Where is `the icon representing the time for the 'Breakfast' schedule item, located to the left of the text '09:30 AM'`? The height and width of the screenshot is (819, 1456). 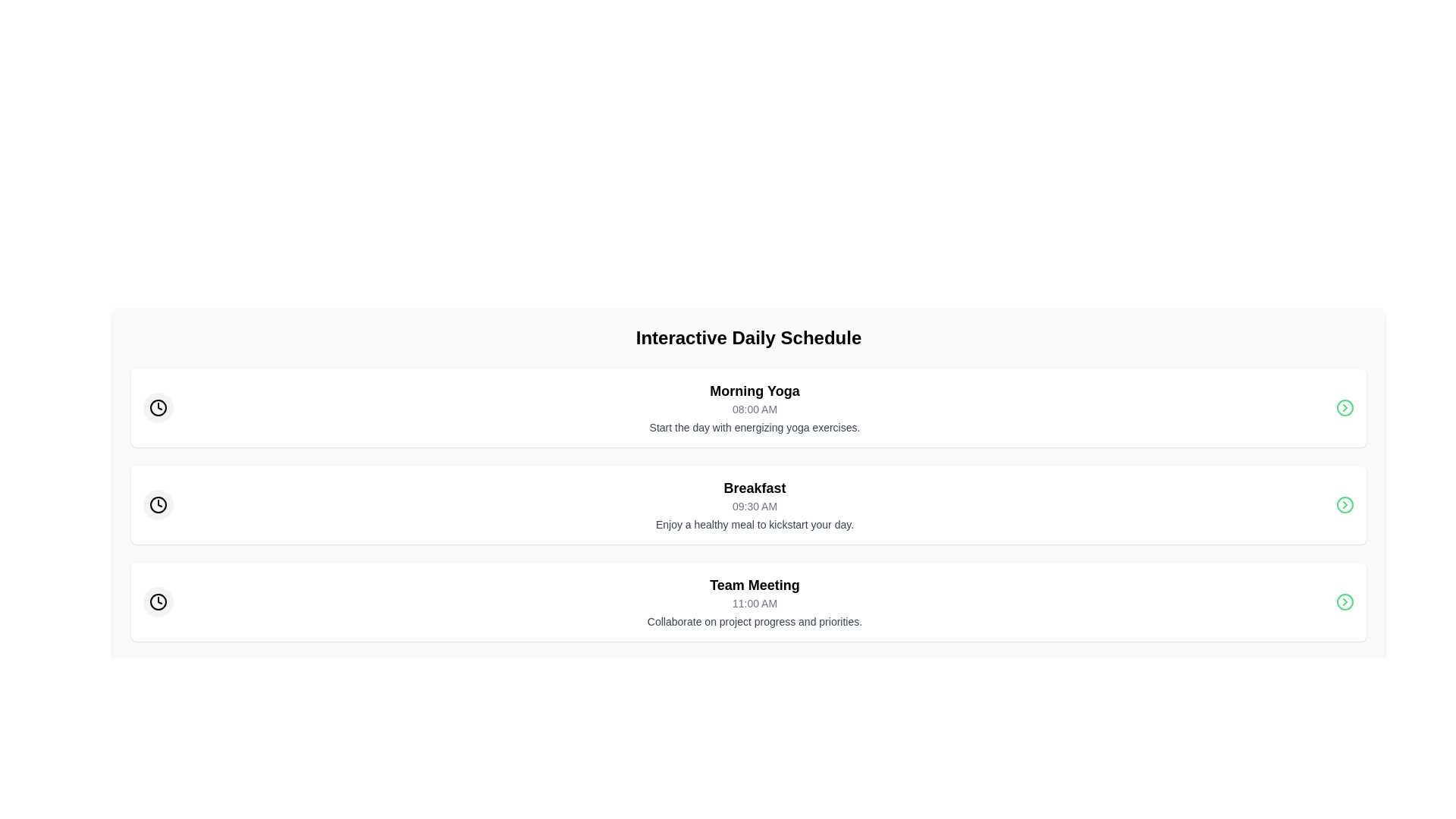
the icon representing the time for the 'Breakfast' schedule item, located to the left of the text '09:30 AM' is located at coordinates (158, 505).